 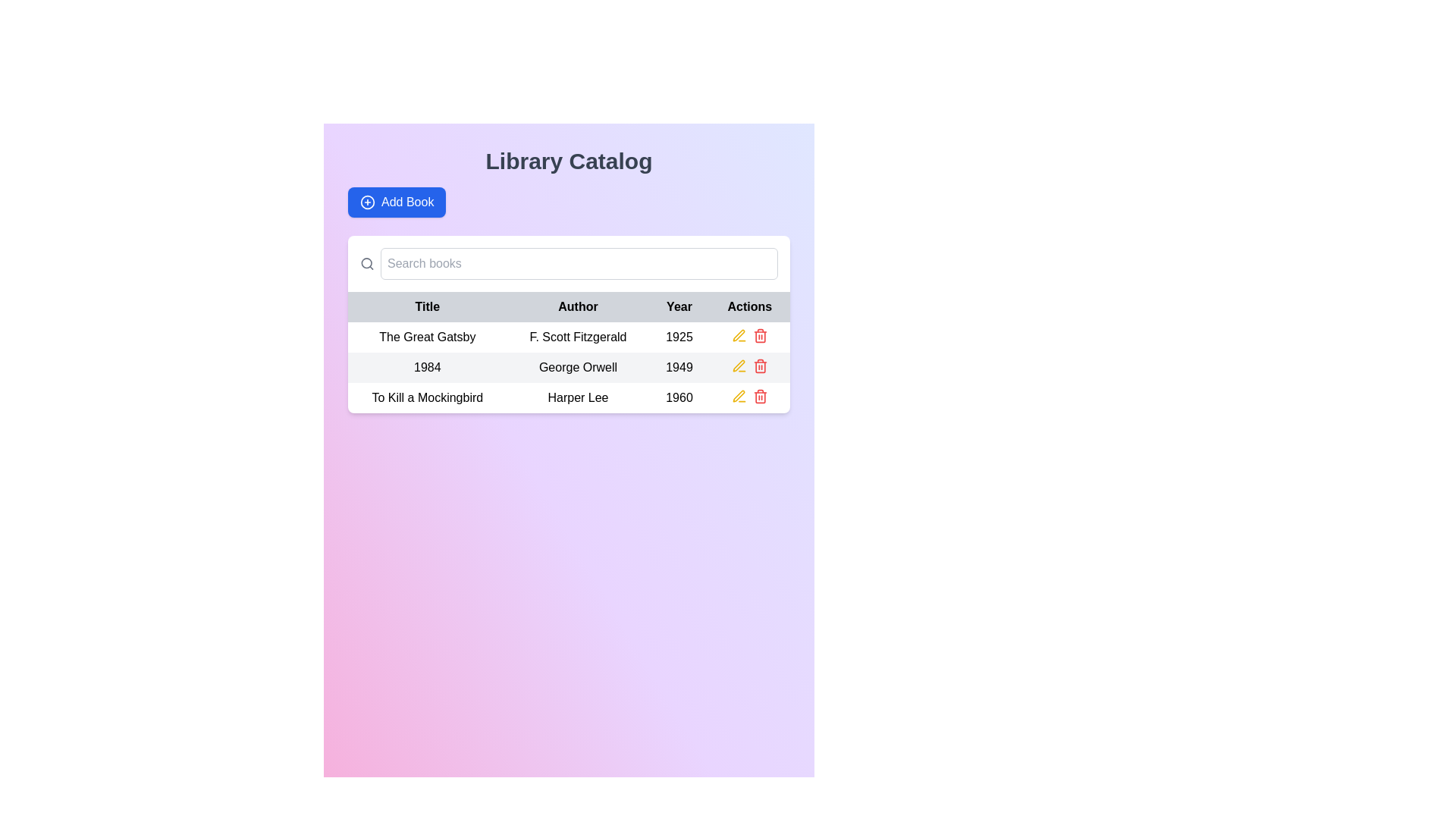 What do you see at coordinates (577, 397) in the screenshot?
I see `the text label displaying the author's name in the second column, second row of the table in the 'Author' column` at bounding box center [577, 397].